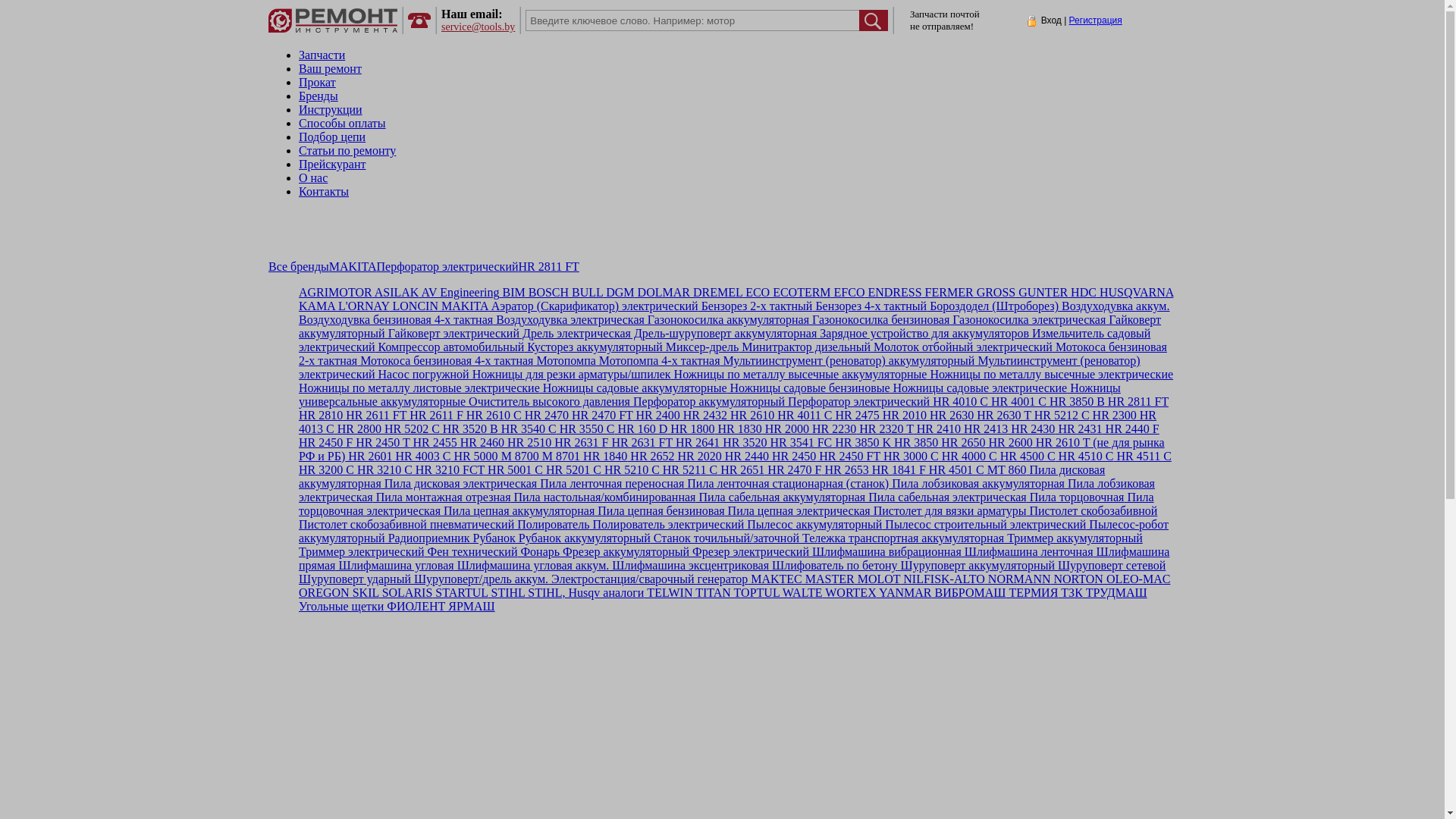 The image size is (1456, 819). I want to click on 'HR 2470 FT', so click(600, 415).